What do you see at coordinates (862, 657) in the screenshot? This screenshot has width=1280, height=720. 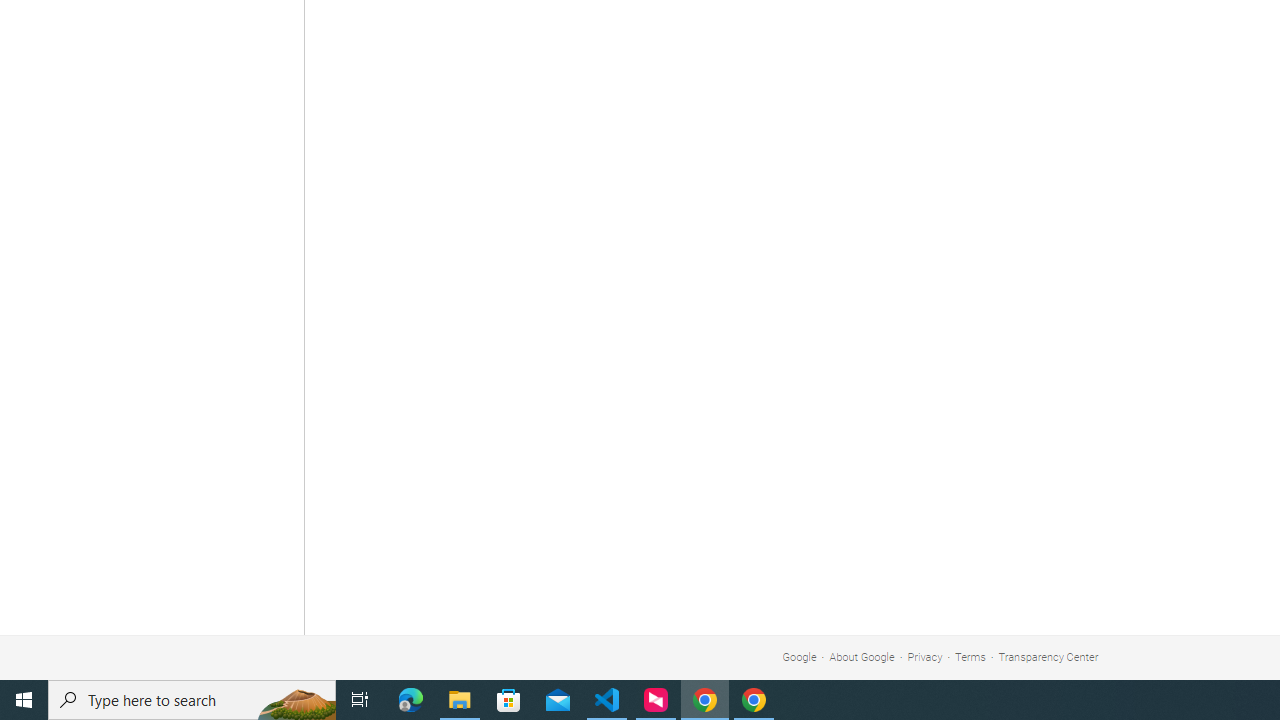 I see `'About Google'` at bounding box center [862, 657].